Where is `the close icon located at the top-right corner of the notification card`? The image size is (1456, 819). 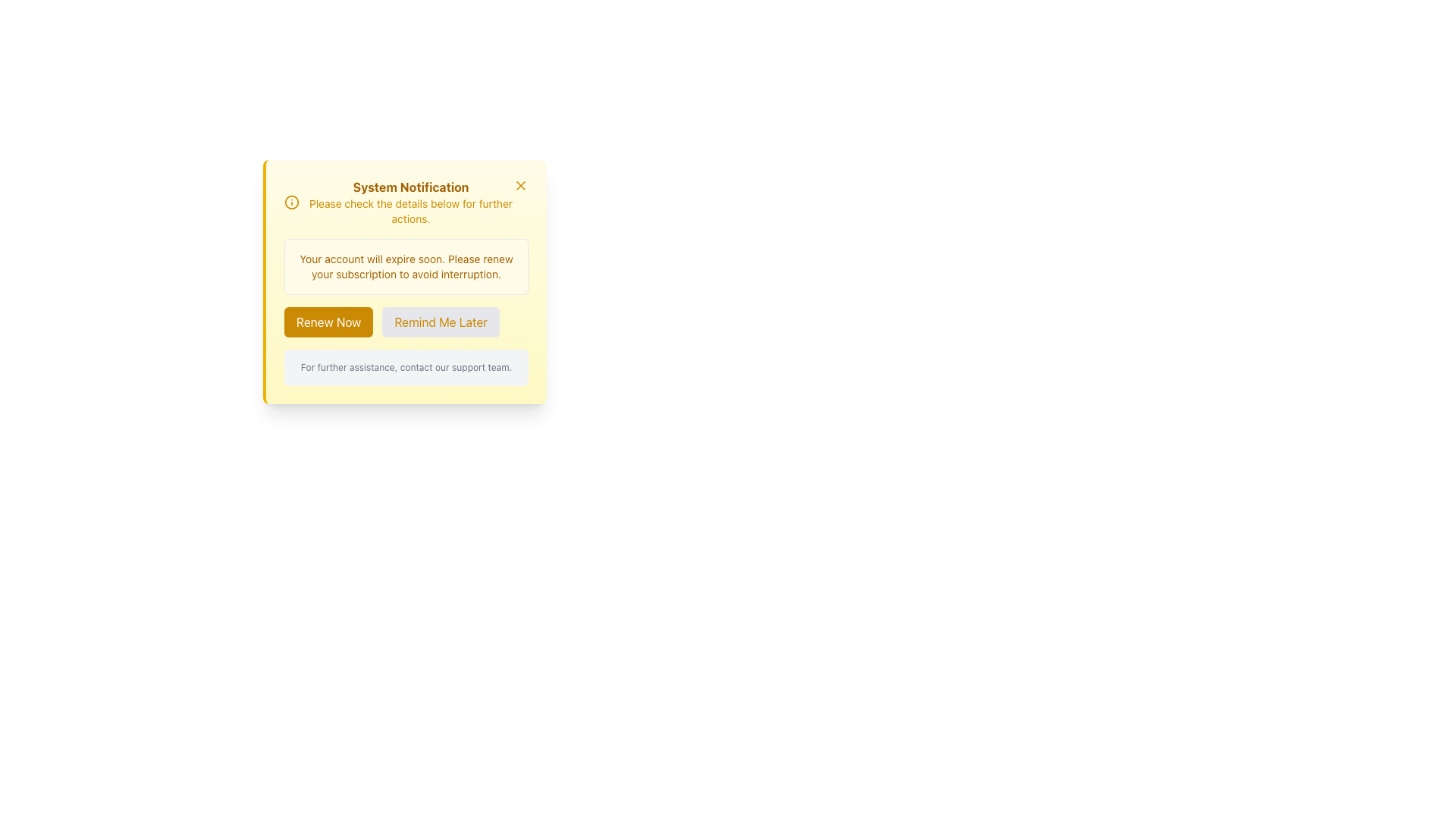 the close icon located at the top-right corner of the notification card is located at coordinates (520, 185).